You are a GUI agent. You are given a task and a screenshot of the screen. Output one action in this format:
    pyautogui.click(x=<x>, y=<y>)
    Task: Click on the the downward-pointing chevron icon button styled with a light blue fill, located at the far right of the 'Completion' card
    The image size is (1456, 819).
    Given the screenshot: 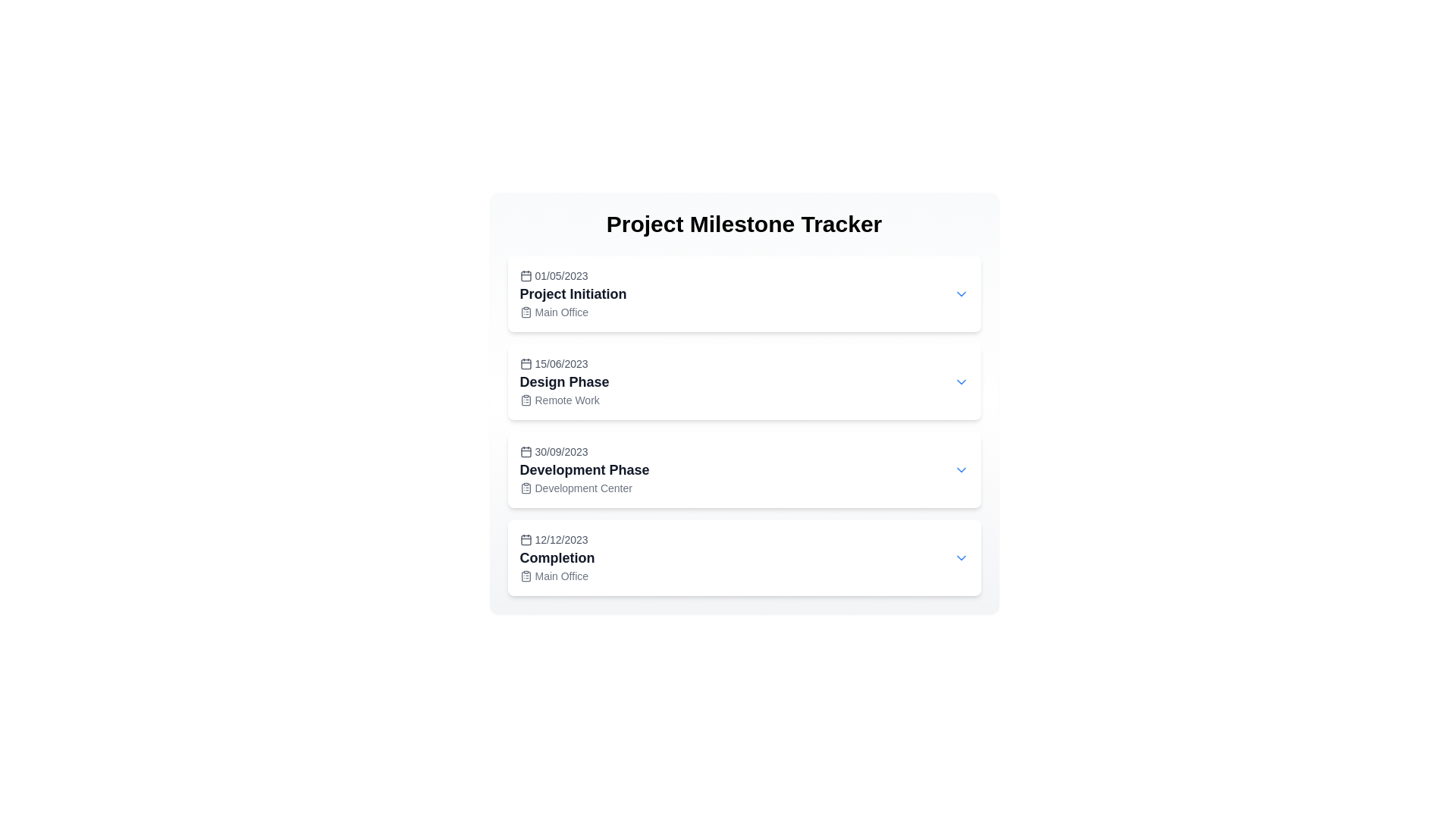 What is the action you would take?
    pyautogui.click(x=960, y=558)
    